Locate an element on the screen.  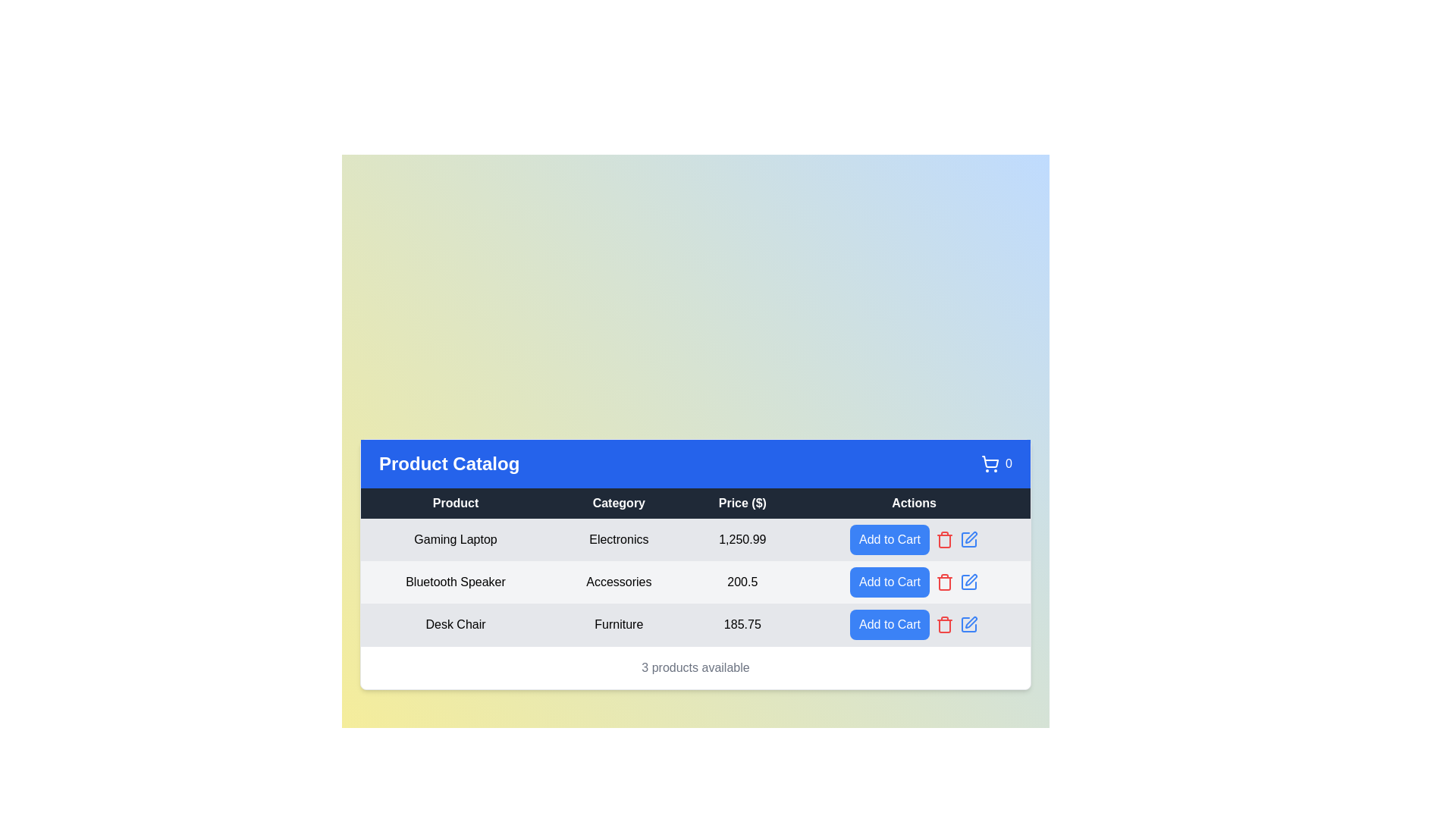
the delete icon button located in the 'Actions' column, to the right of the 'Add to Cart' button for the 'Bluetooth Speaker' product entry is located at coordinates (943, 581).